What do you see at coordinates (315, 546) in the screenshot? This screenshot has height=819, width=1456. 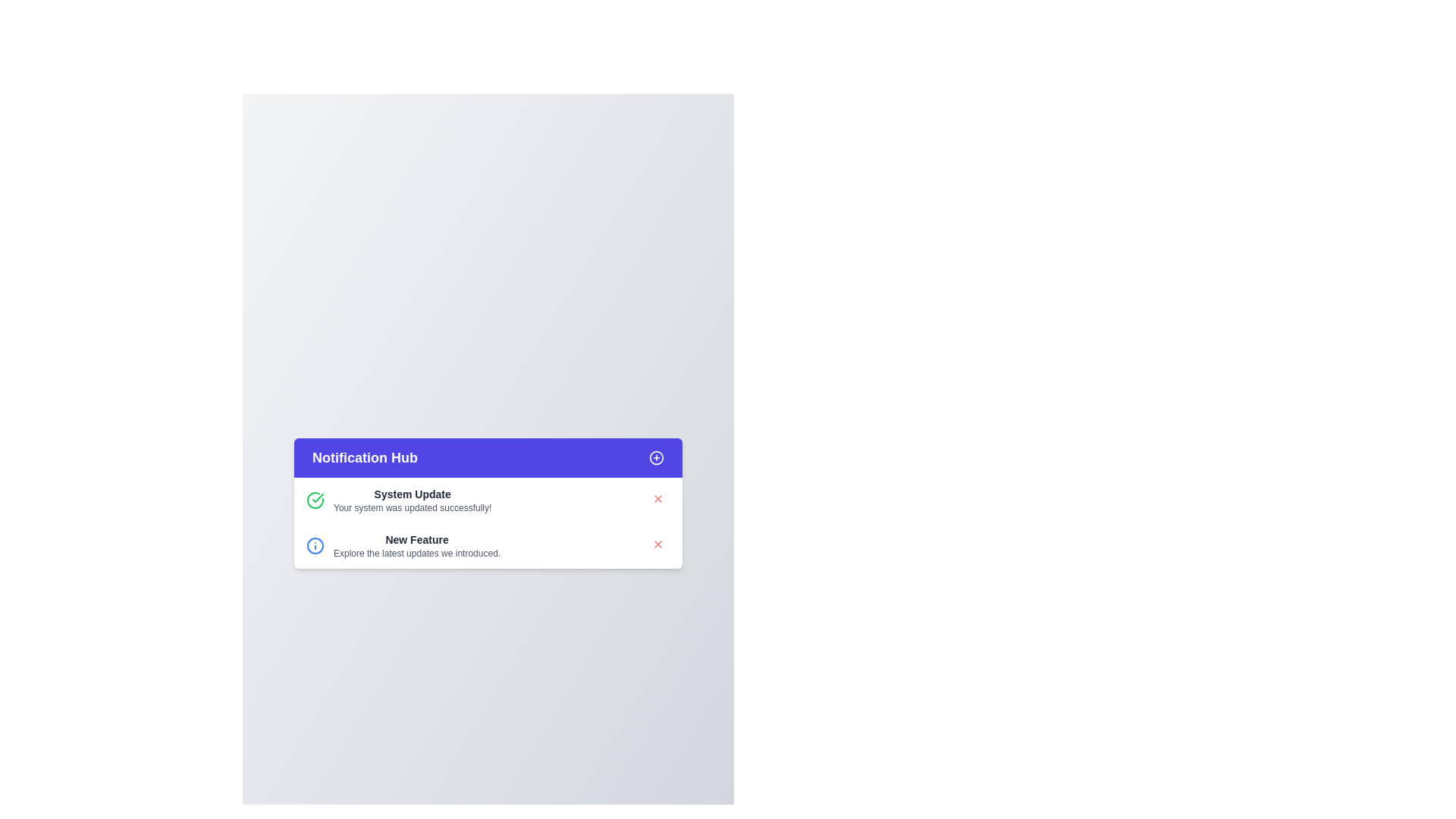 I see `the informational icon located on the left side of the 'New Feature' notification` at bounding box center [315, 546].